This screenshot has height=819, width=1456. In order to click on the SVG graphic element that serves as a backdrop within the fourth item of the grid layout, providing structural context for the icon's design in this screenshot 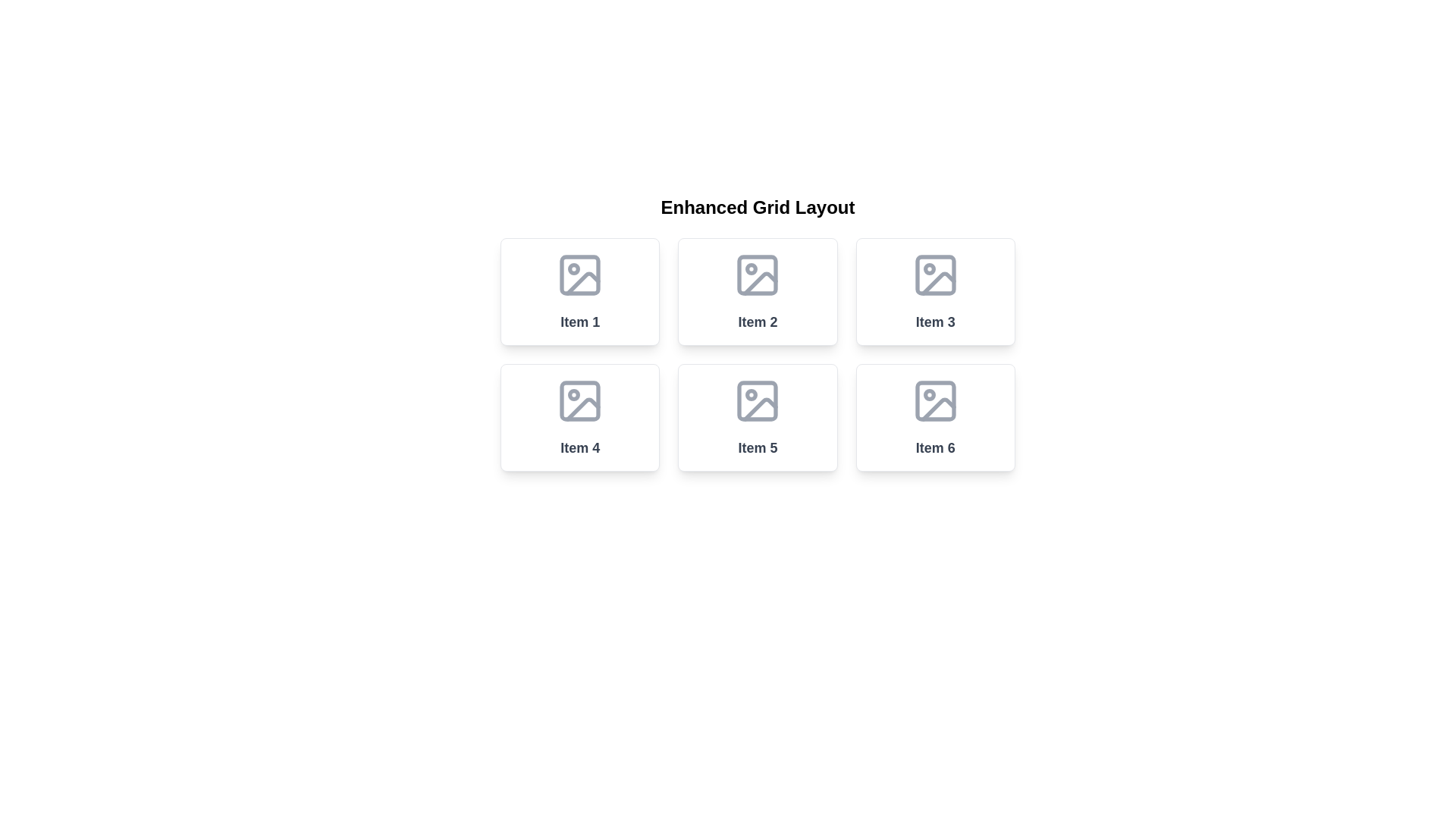, I will do `click(579, 400)`.